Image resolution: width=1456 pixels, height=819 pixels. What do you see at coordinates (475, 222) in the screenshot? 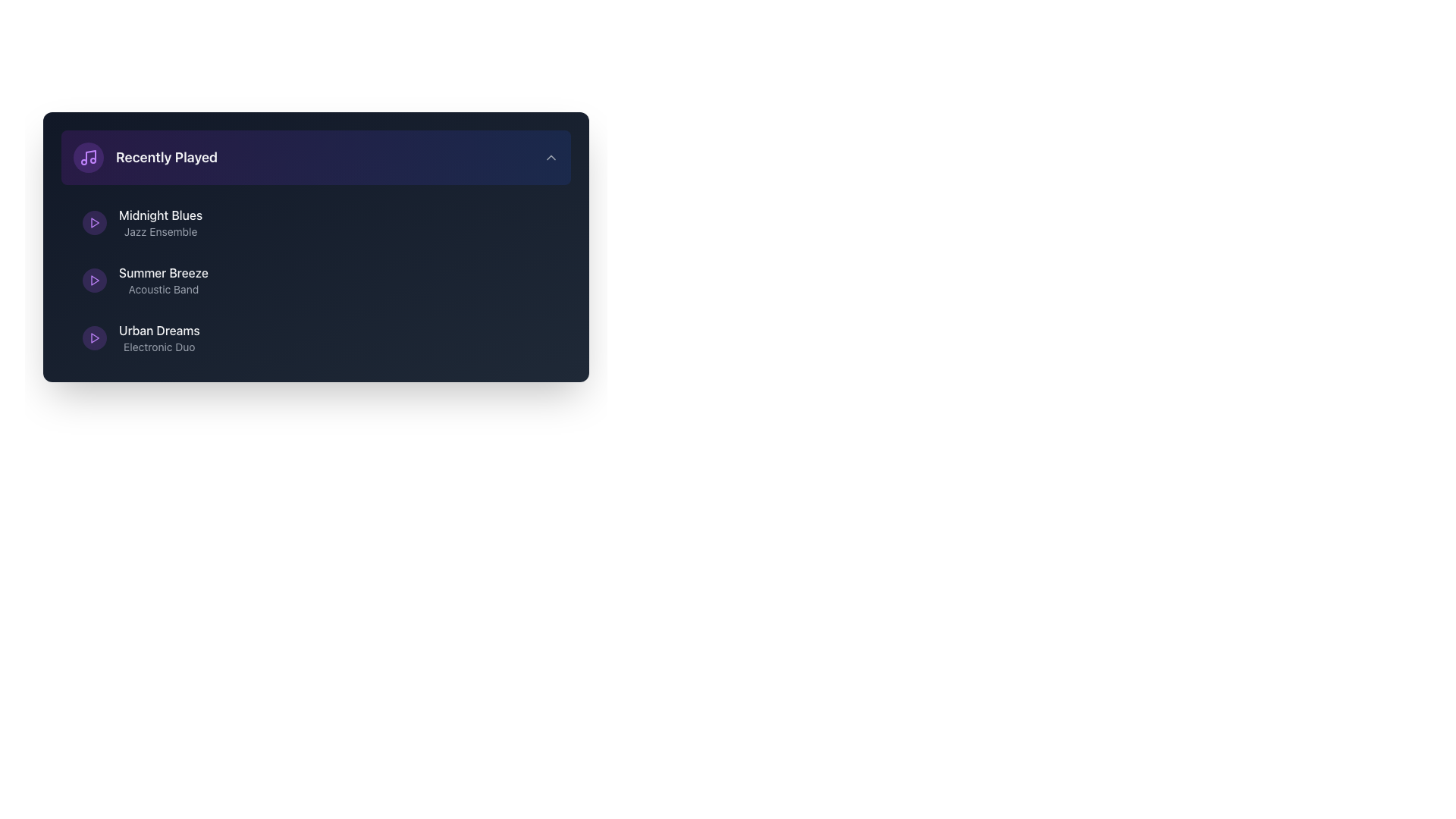
I see `the circular button with a hover effect located near the right end of the 'Midnight Blues' entry in the 'Recently Played' section` at bounding box center [475, 222].